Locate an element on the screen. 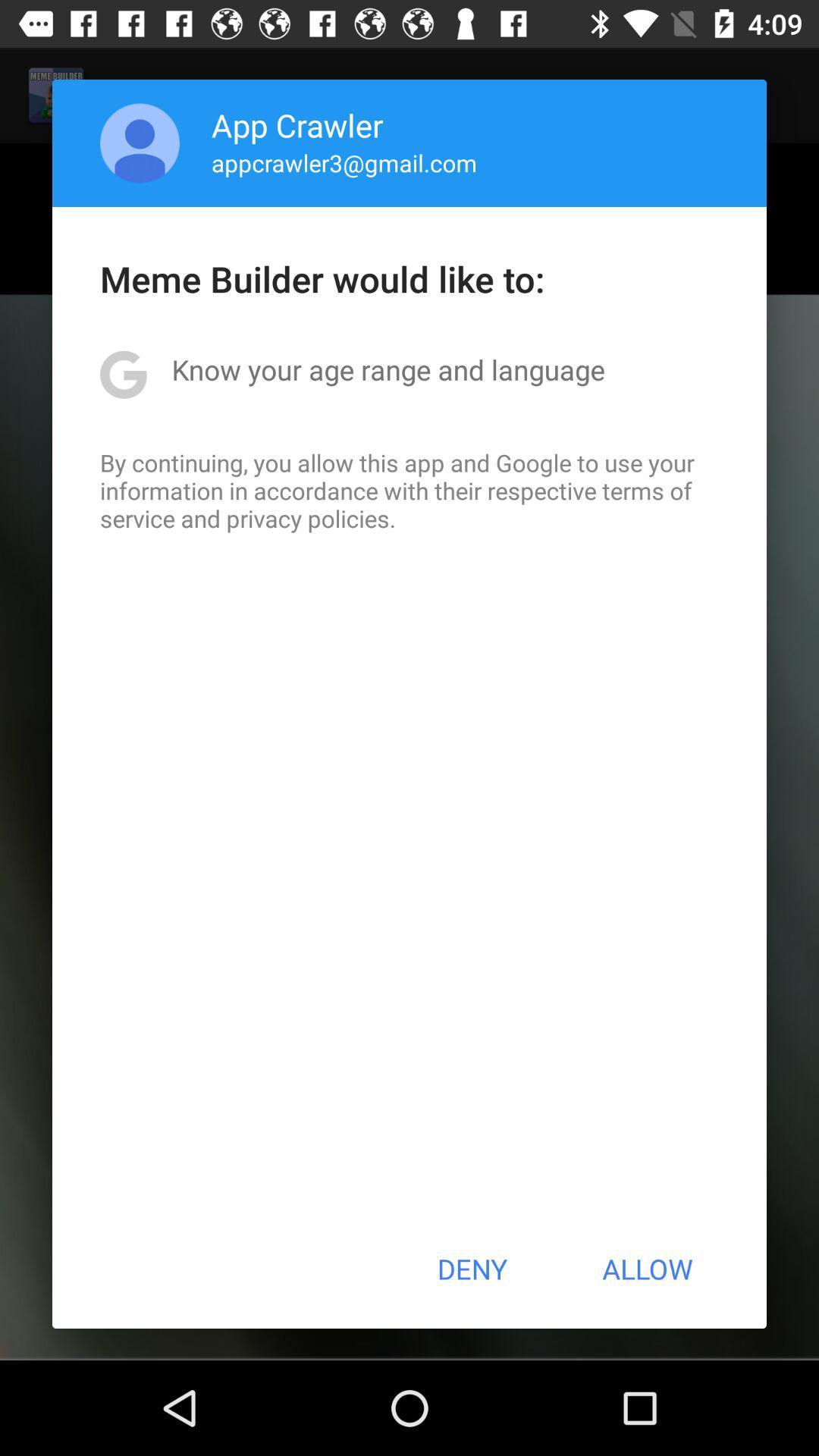 This screenshot has width=819, height=1456. icon above the by continuing you is located at coordinates (388, 369).